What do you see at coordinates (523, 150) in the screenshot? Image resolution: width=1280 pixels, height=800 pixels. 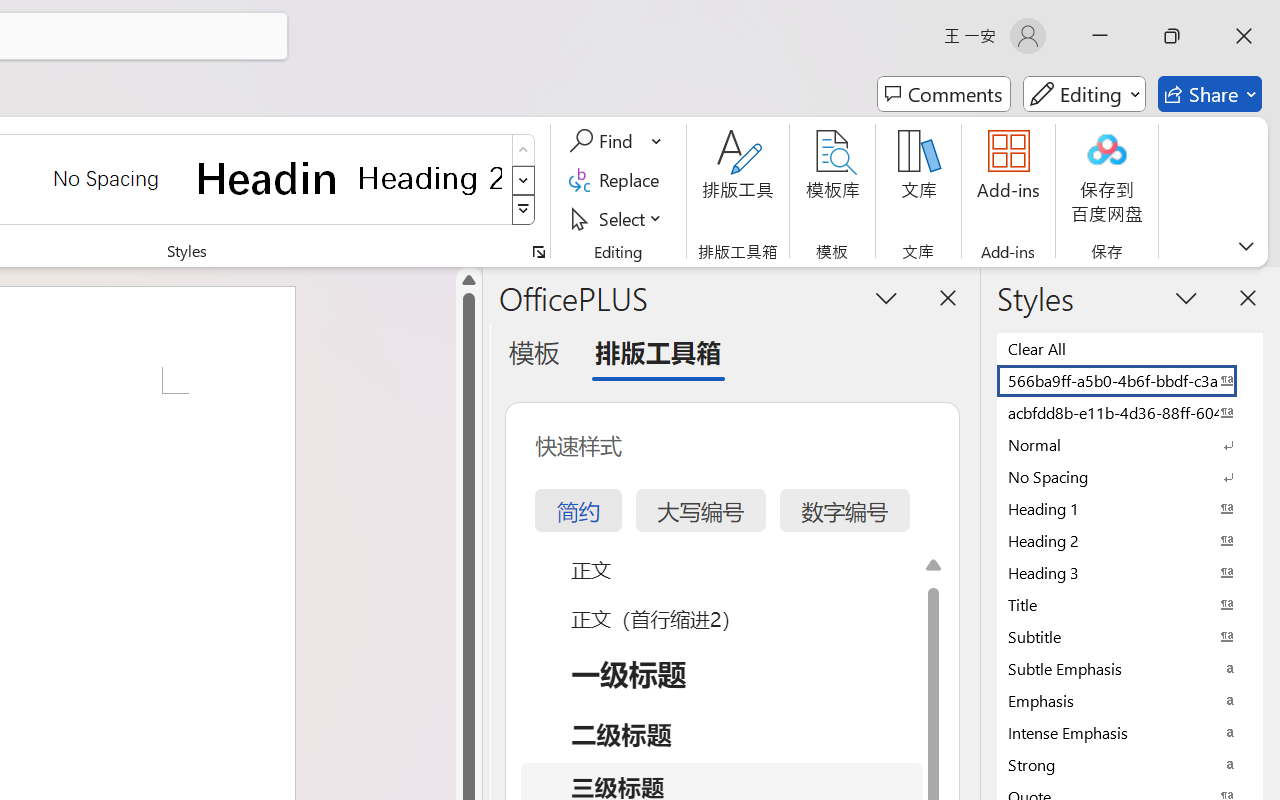 I see `'Row up'` at bounding box center [523, 150].